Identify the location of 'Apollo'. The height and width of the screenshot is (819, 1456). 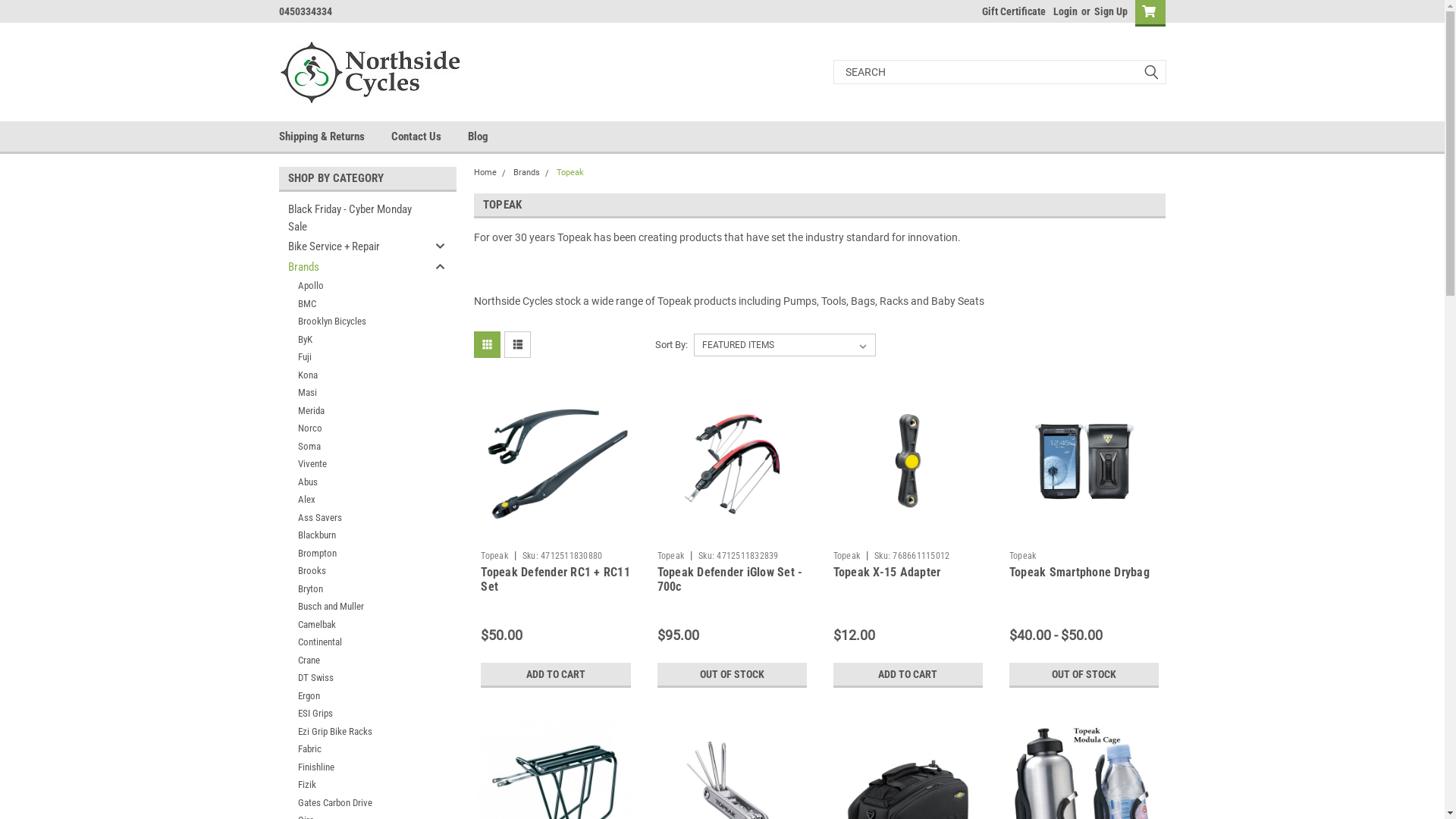
(353, 286).